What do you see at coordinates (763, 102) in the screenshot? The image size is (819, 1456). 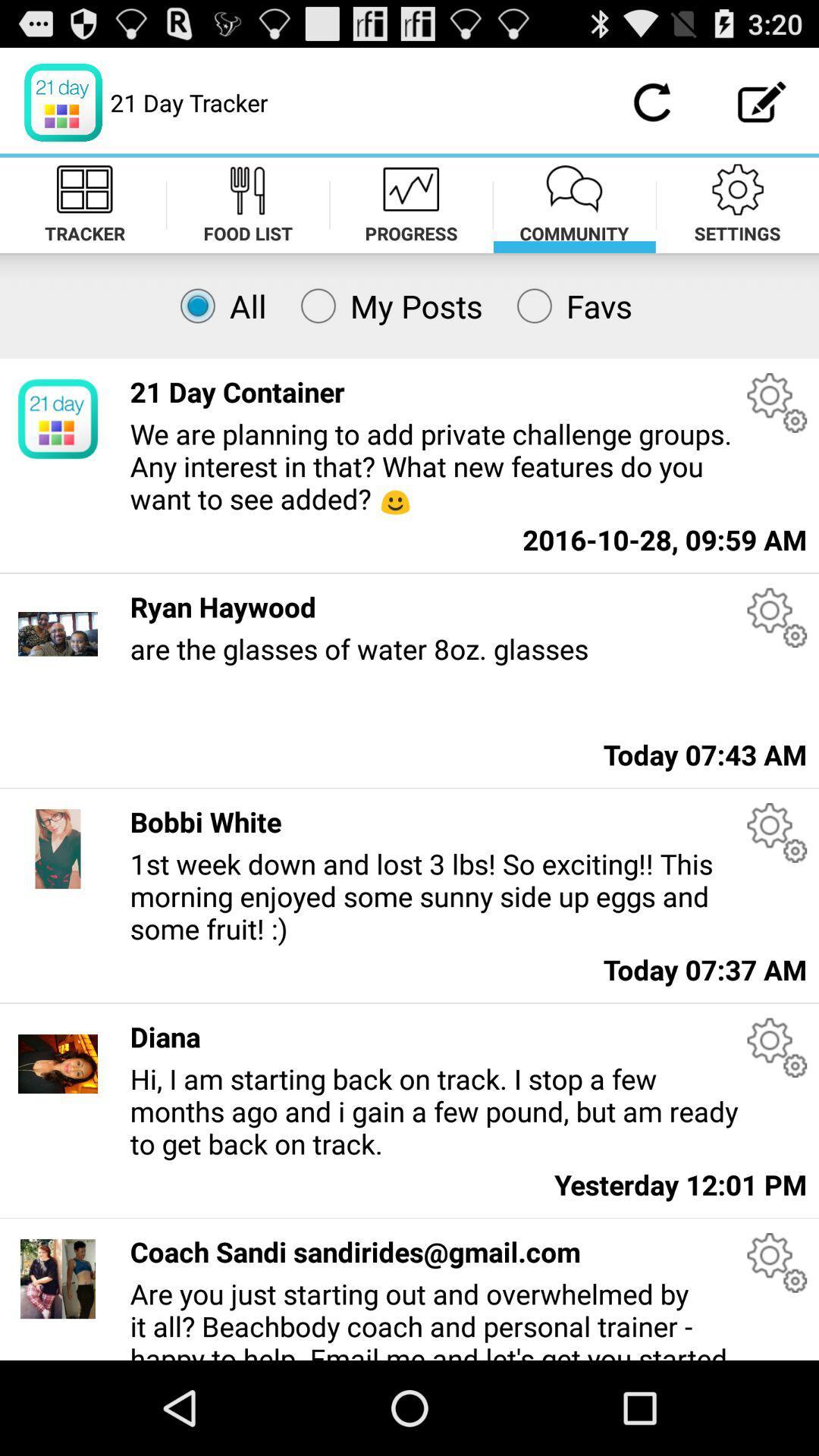 I see `write a new message` at bounding box center [763, 102].